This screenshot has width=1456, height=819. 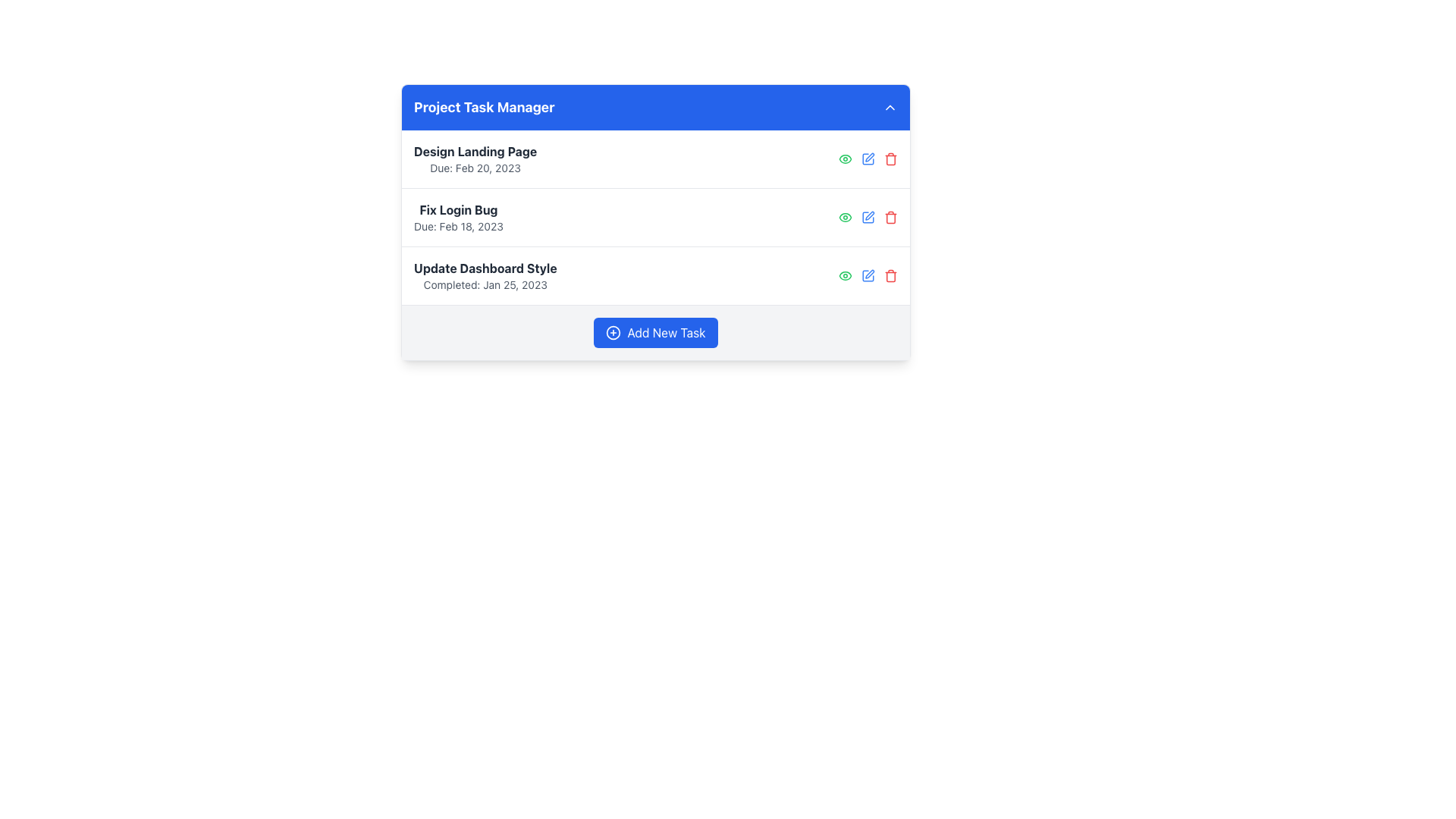 What do you see at coordinates (868, 275) in the screenshot?
I see `the blue pencil icon located to the right of the text 'Update Dashboard Style, Completed: Jan 25, 2023' in the third row of the list` at bounding box center [868, 275].